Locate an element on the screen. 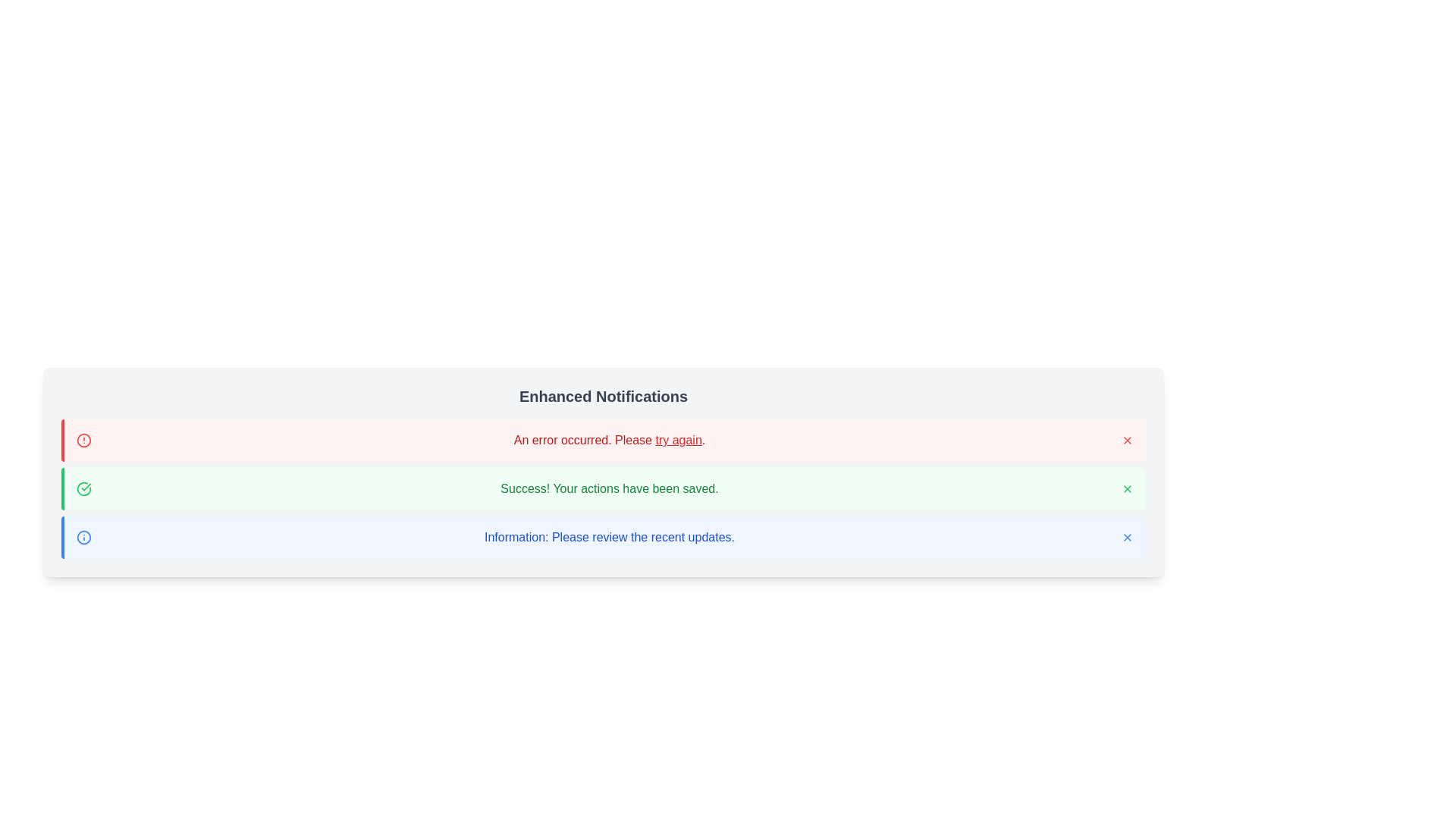  the red Close Button (Interactive Icon) located at the top-right corner of the notification box displaying the error message 'An error occurred. Please try again.' is located at coordinates (1128, 441).